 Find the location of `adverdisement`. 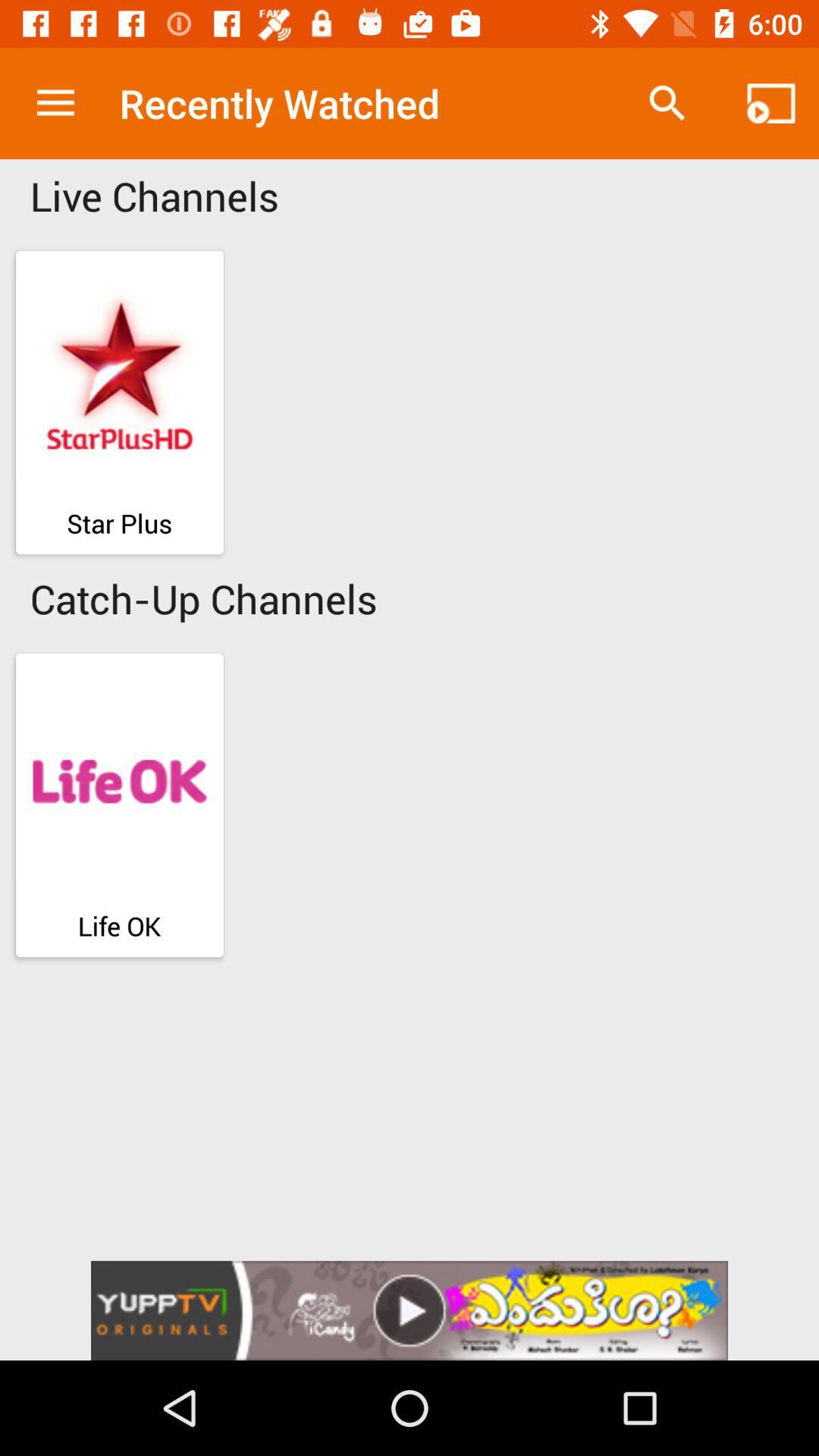

adverdisement is located at coordinates (409, 1310).